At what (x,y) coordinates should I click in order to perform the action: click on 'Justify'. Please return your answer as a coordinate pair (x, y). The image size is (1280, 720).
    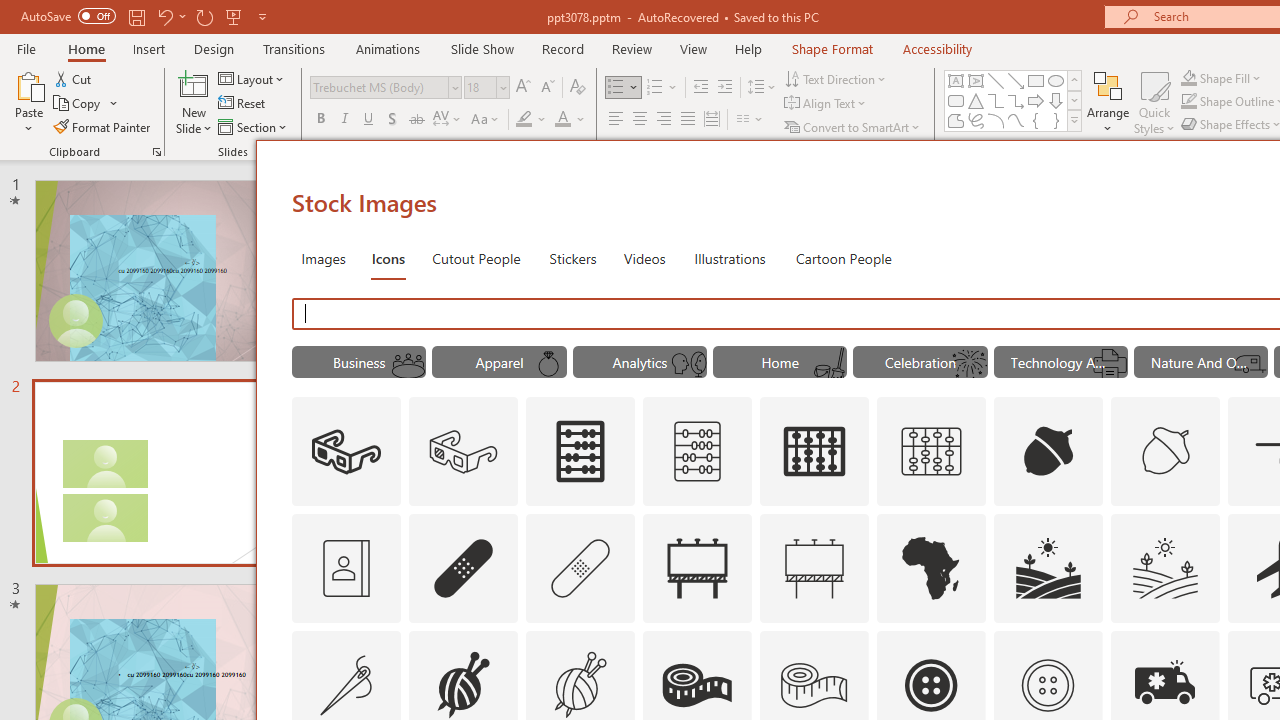
    Looking at the image, I should click on (688, 119).